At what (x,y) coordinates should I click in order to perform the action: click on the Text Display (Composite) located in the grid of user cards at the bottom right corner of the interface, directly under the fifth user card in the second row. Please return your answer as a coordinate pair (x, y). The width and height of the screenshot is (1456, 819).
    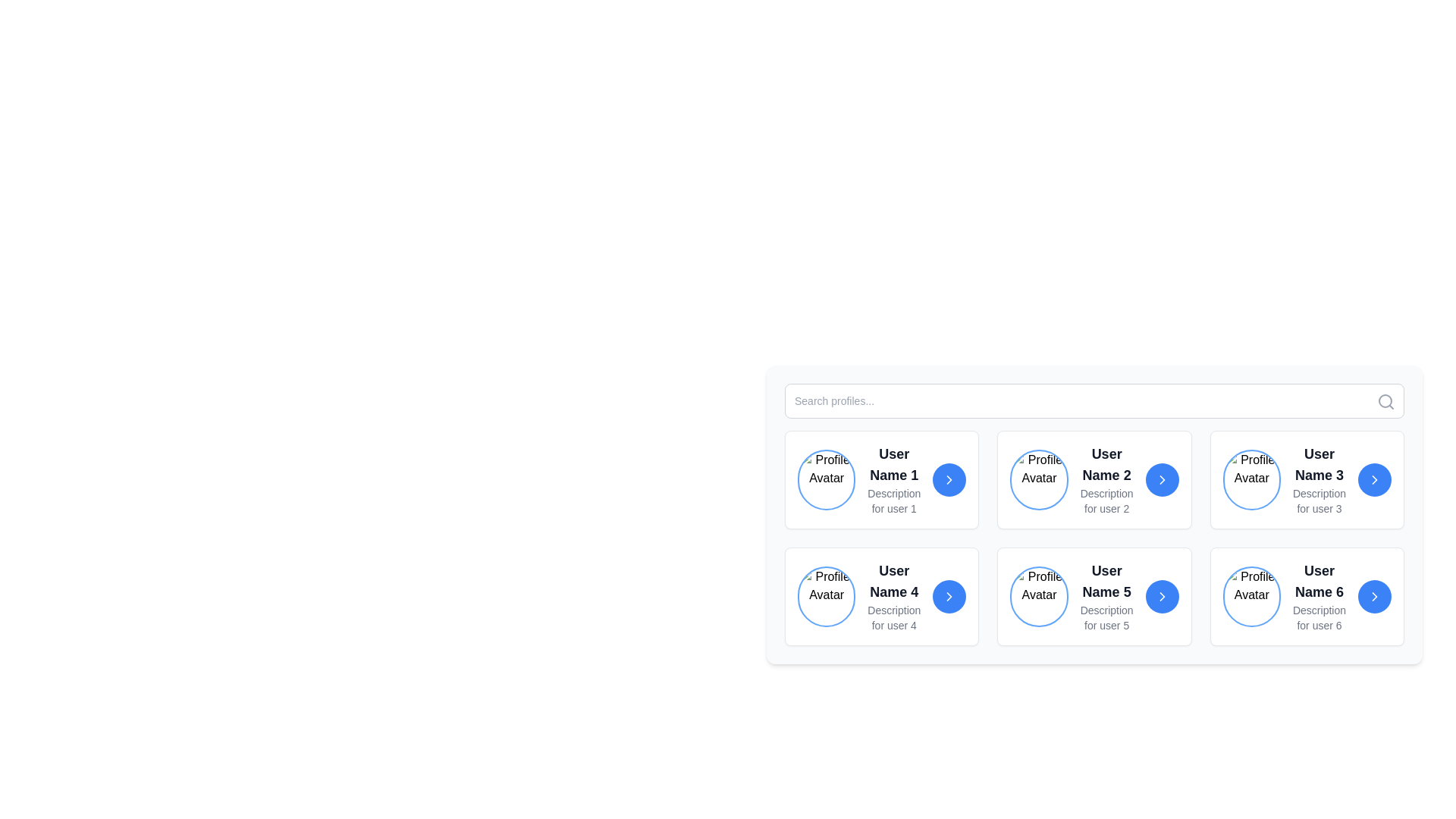
    Looking at the image, I should click on (1318, 595).